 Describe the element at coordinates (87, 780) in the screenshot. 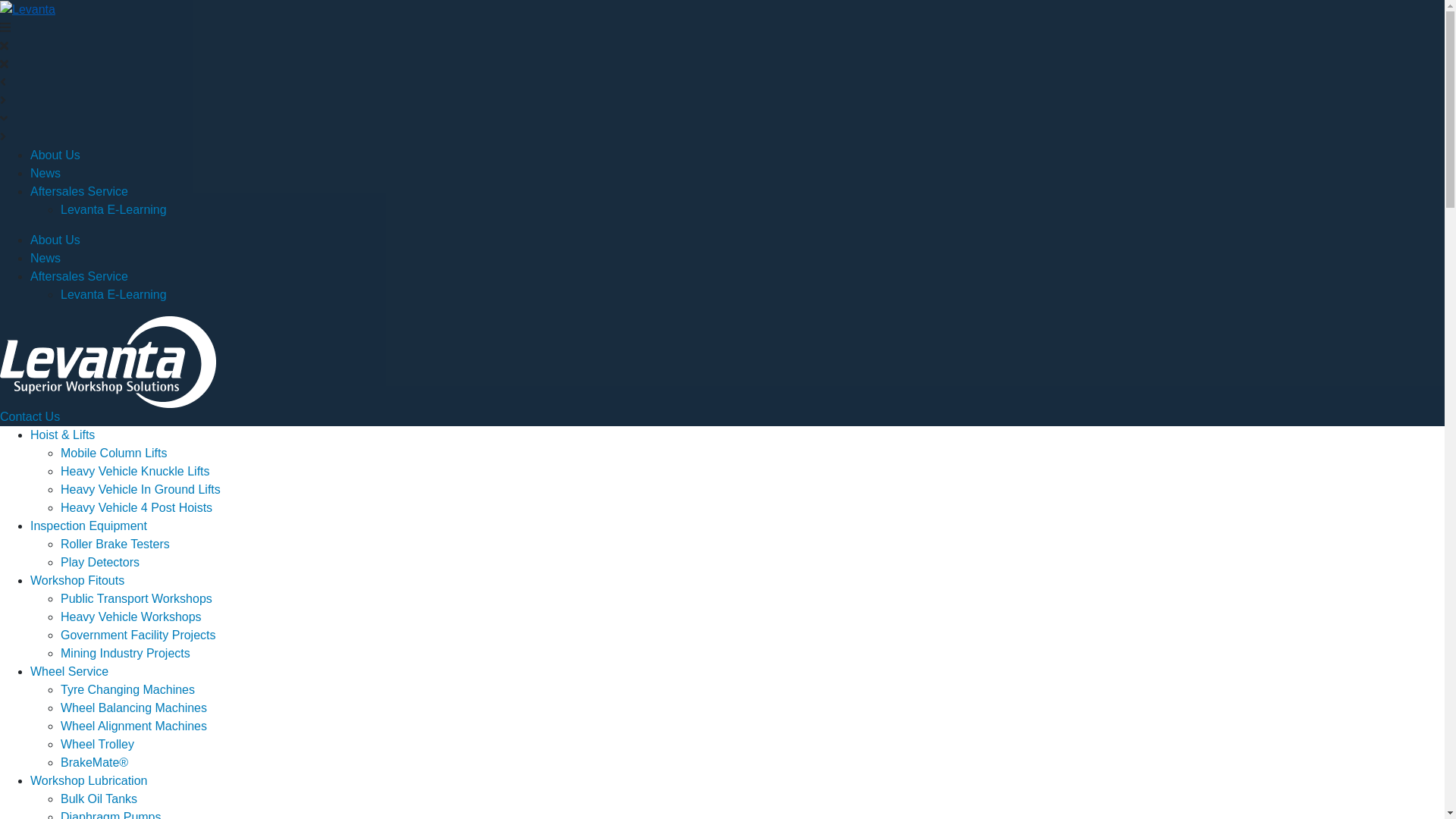

I see `'Workshop Lubrication'` at that location.